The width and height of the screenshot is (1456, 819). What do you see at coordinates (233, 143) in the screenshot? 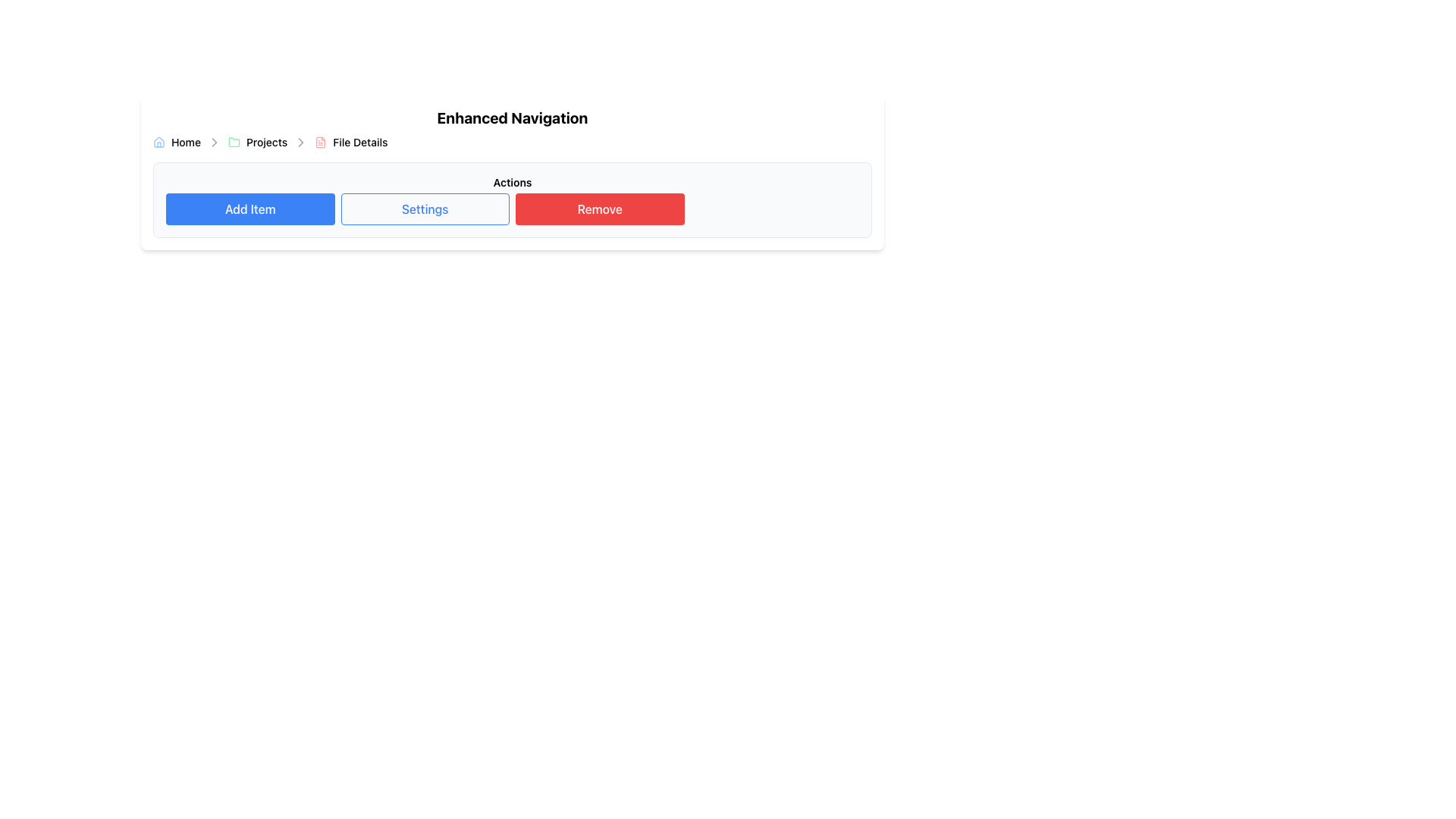
I see `the green folder icon located in the breadcrumb navigation bar, positioned to the left of the 'Projects' text` at bounding box center [233, 143].